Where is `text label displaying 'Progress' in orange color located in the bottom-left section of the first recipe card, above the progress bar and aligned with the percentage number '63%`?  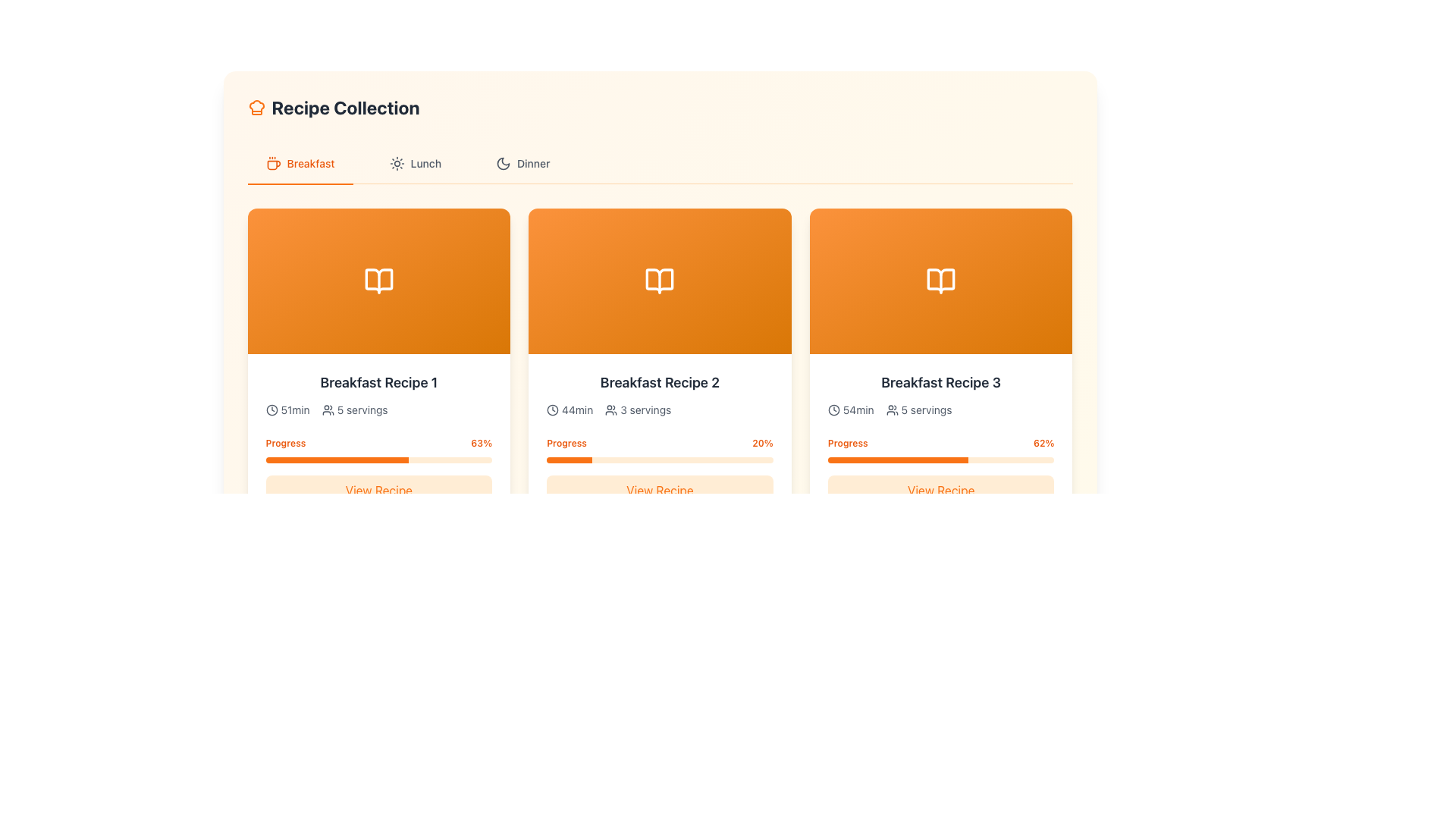
text label displaying 'Progress' in orange color located in the bottom-left section of the first recipe card, above the progress bar and aligned with the percentage number '63% is located at coordinates (285, 441).